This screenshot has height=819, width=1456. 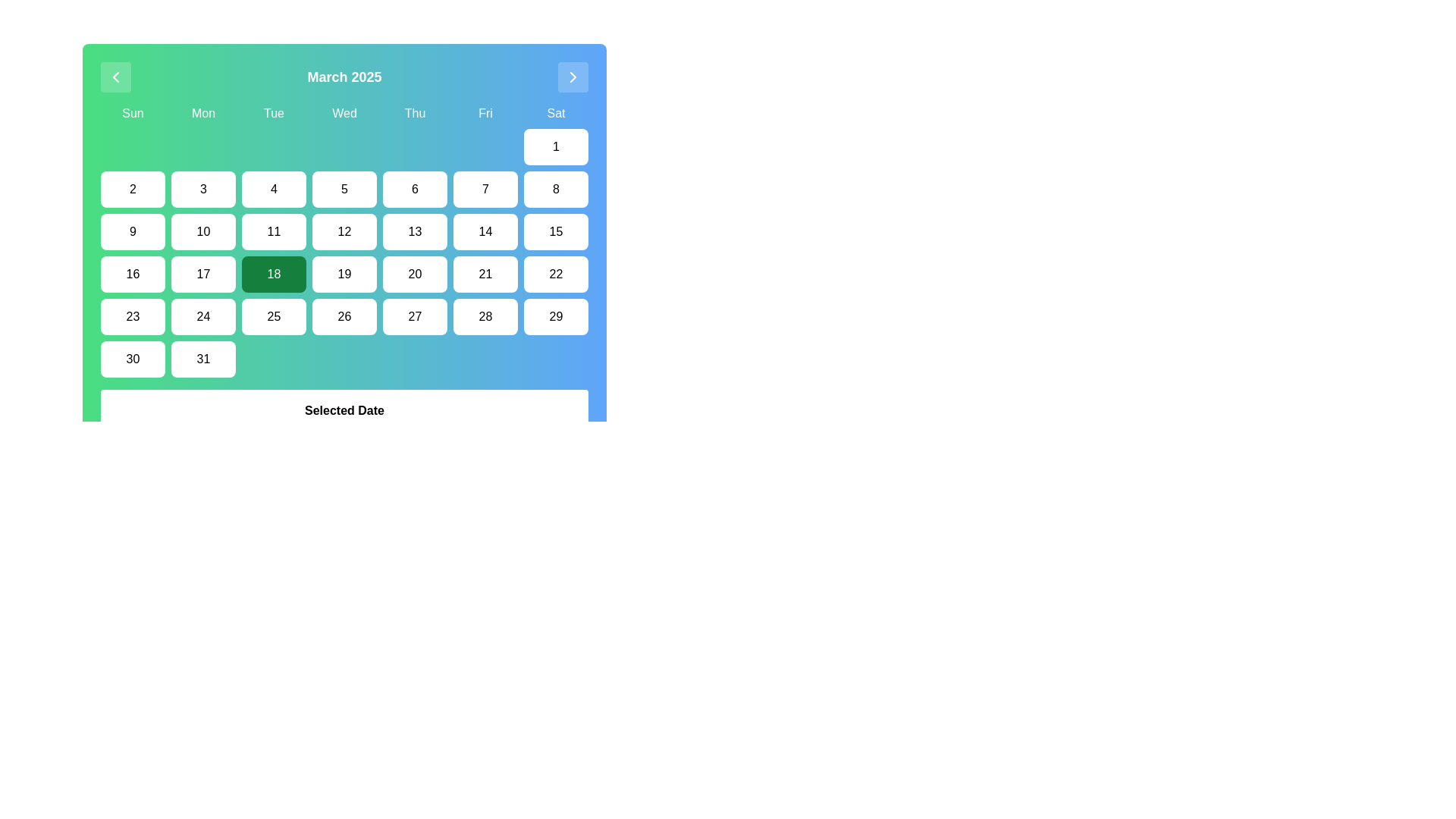 I want to click on the Calendar Grid for March 2025, which is located beneath the title 'March 2025' and above the text 'Selected Date', by clicking on it to access adjacent navigation controls, so click(x=344, y=240).